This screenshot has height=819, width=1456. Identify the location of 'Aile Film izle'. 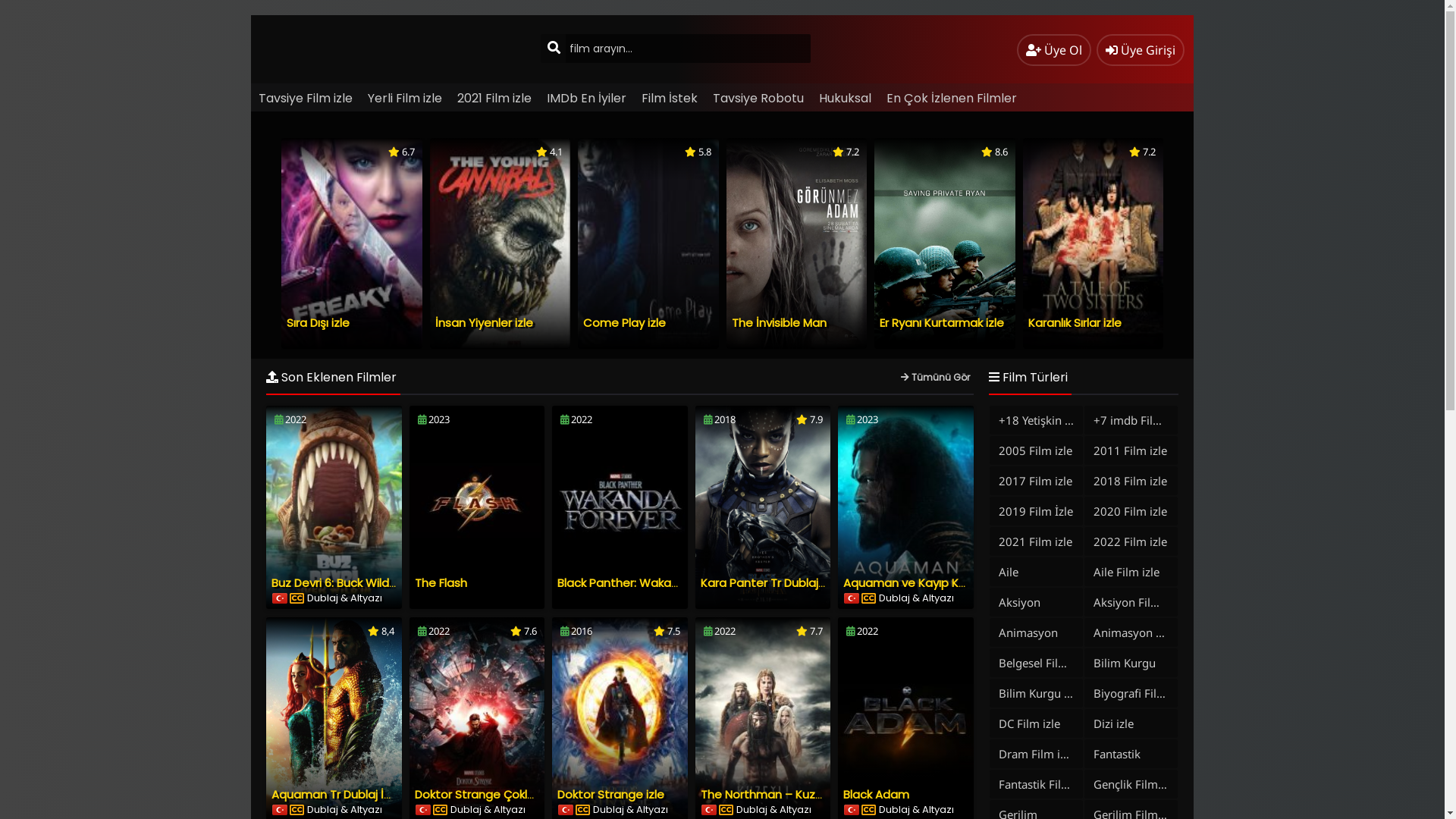
(1131, 571).